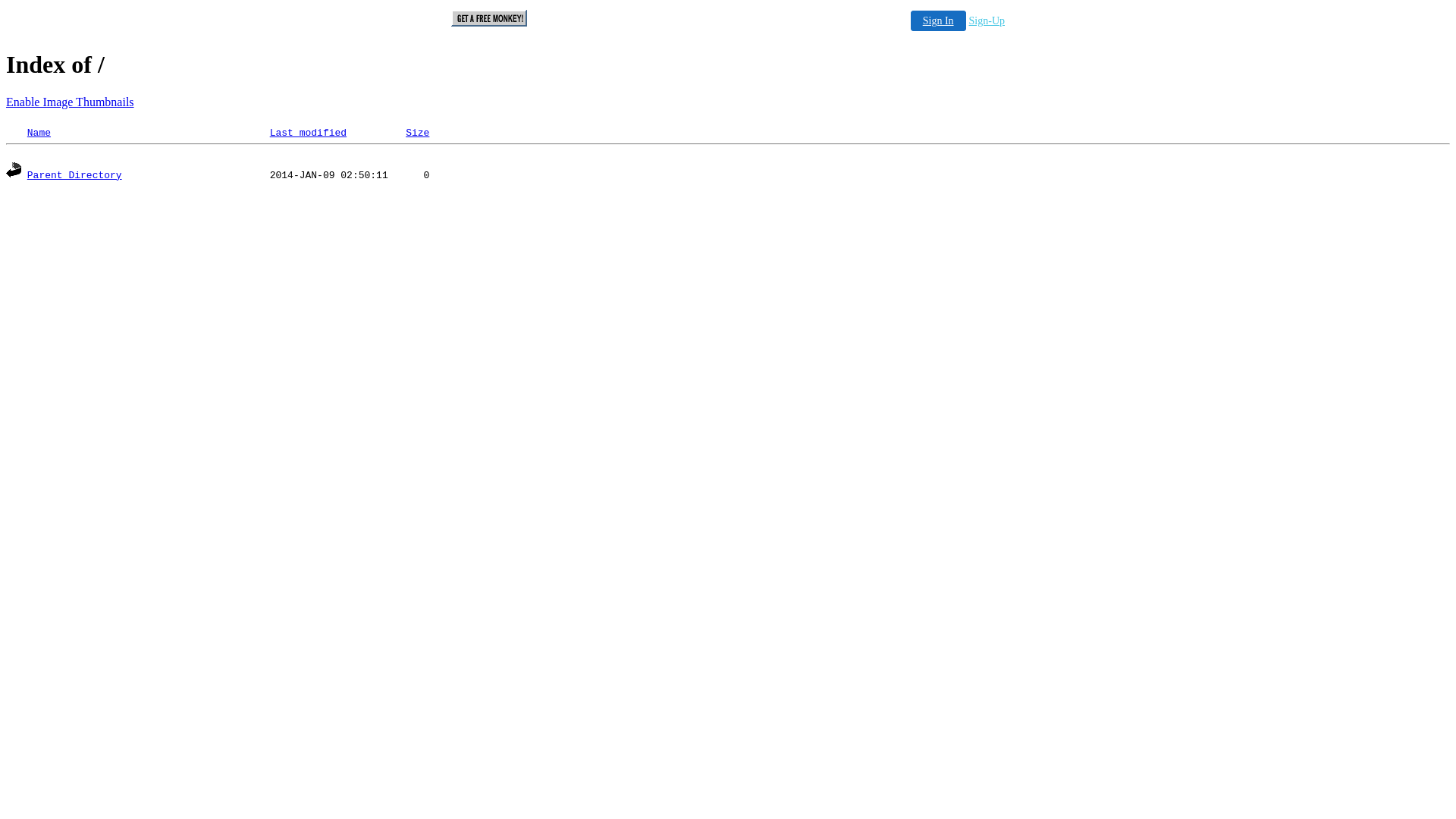  Describe the element at coordinates (405, 132) in the screenshot. I see `'Size'` at that location.